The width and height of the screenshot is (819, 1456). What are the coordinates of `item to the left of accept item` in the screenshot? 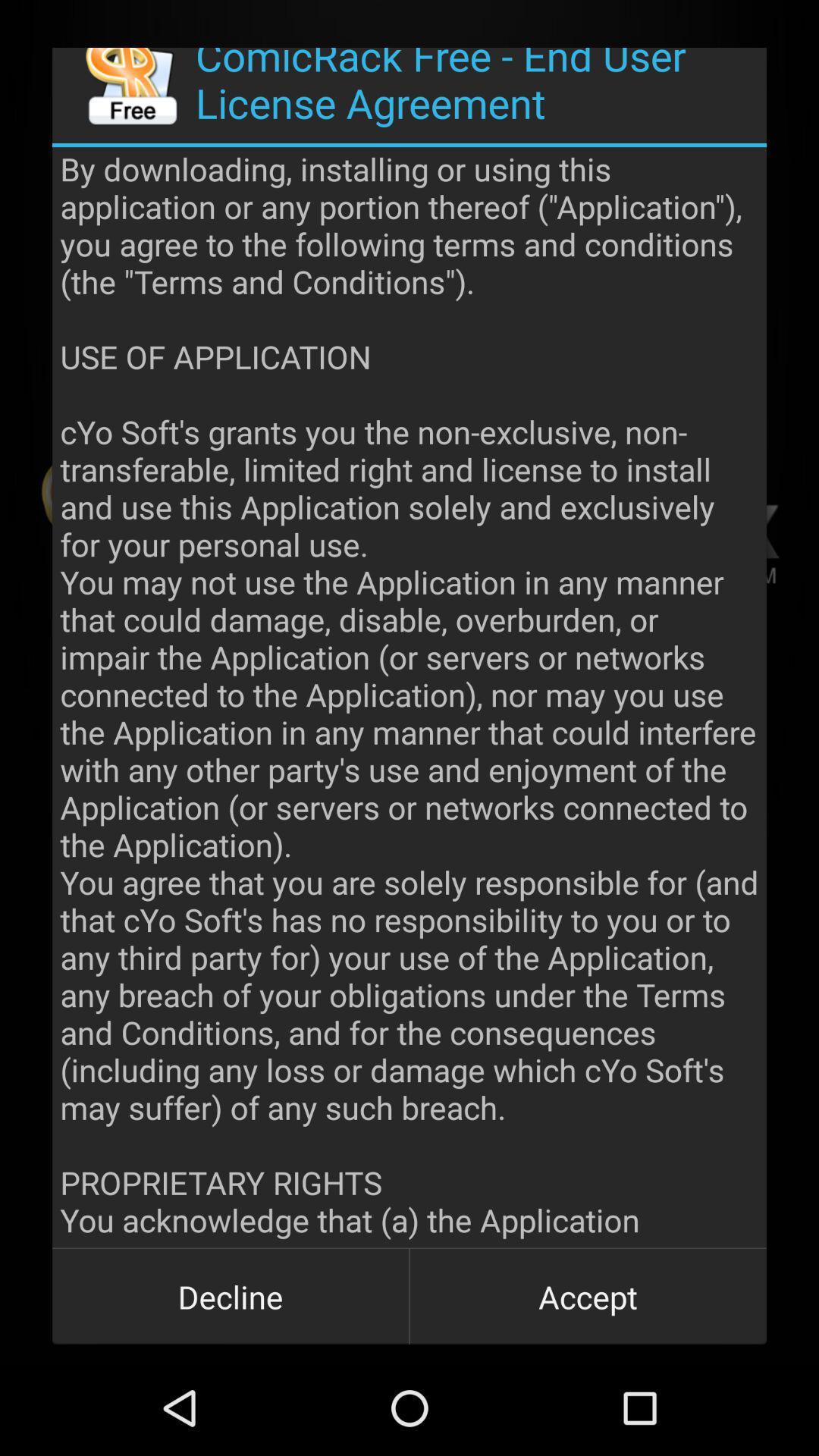 It's located at (231, 1295).